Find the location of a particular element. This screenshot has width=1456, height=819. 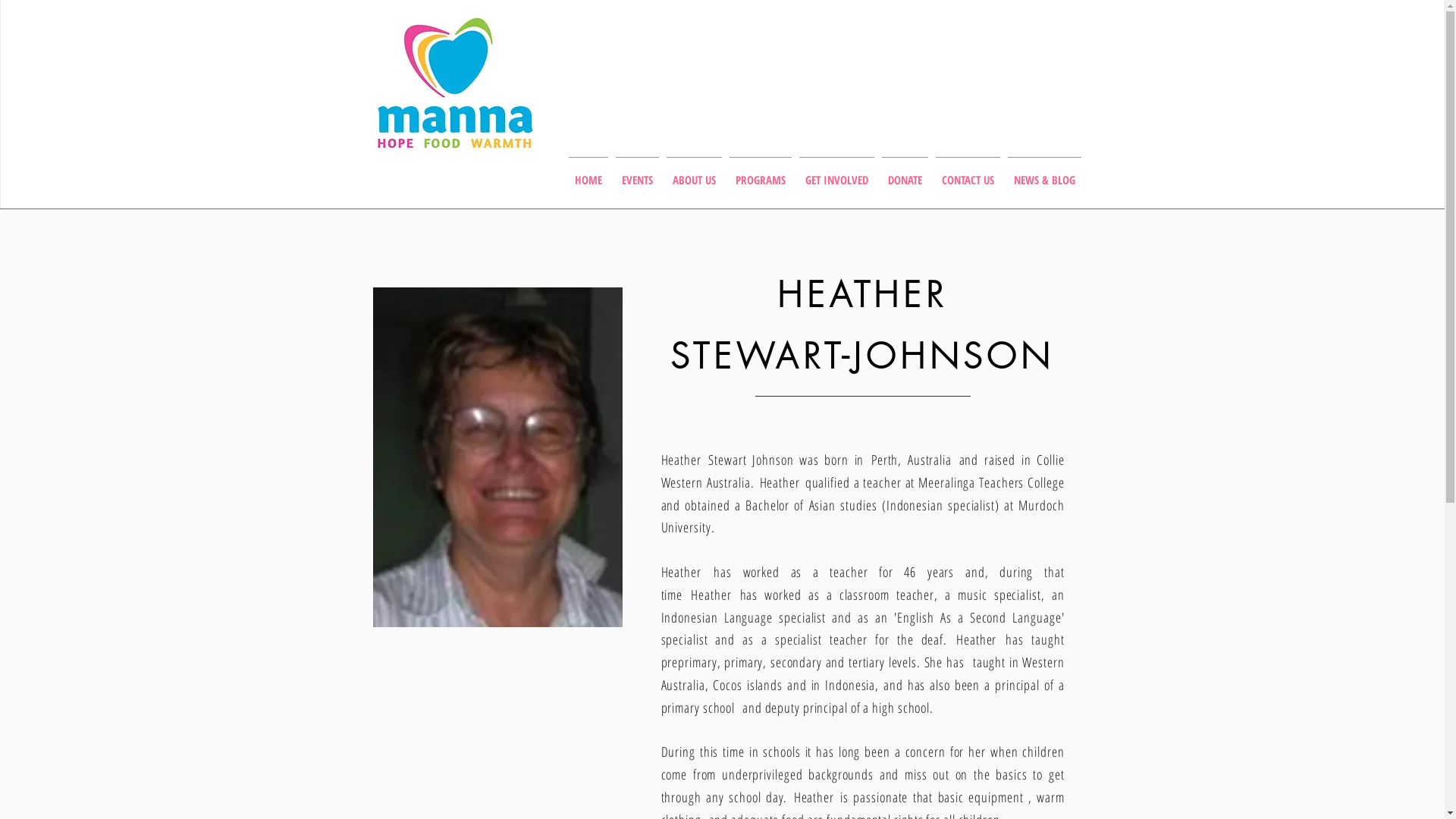

'NEWS & BLOG' is located at coordinates (1004, 171).